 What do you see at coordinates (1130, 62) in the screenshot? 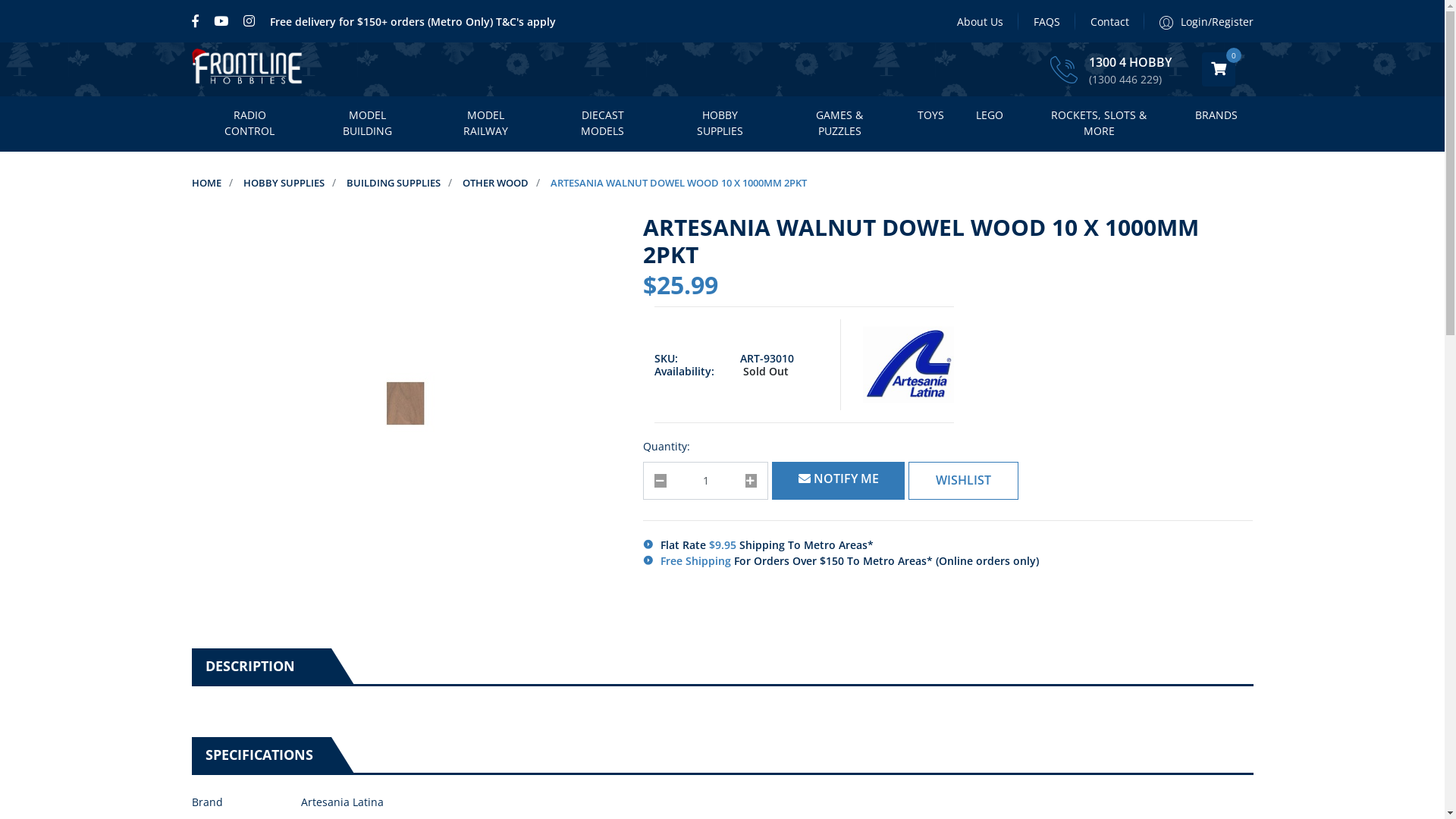
I see `'1300 4 HOBBY'` at bounding box center [1130, 62].